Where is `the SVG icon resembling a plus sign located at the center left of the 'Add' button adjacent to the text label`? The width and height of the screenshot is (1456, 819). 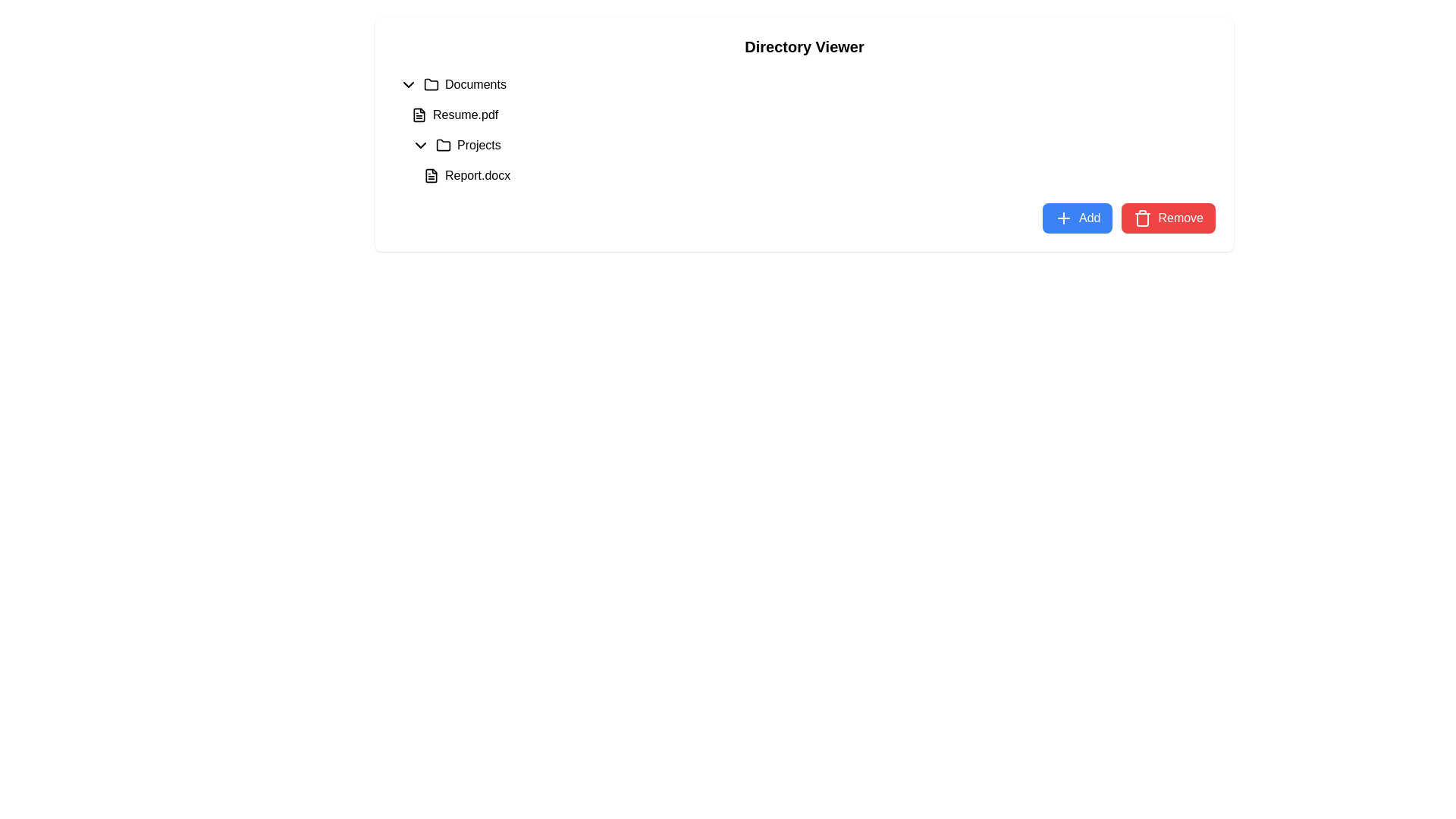
the SVG icon resembling a plus sign located at the center left of the 'Add' button adjacent to the text label is located at coordinates (1062, 218).